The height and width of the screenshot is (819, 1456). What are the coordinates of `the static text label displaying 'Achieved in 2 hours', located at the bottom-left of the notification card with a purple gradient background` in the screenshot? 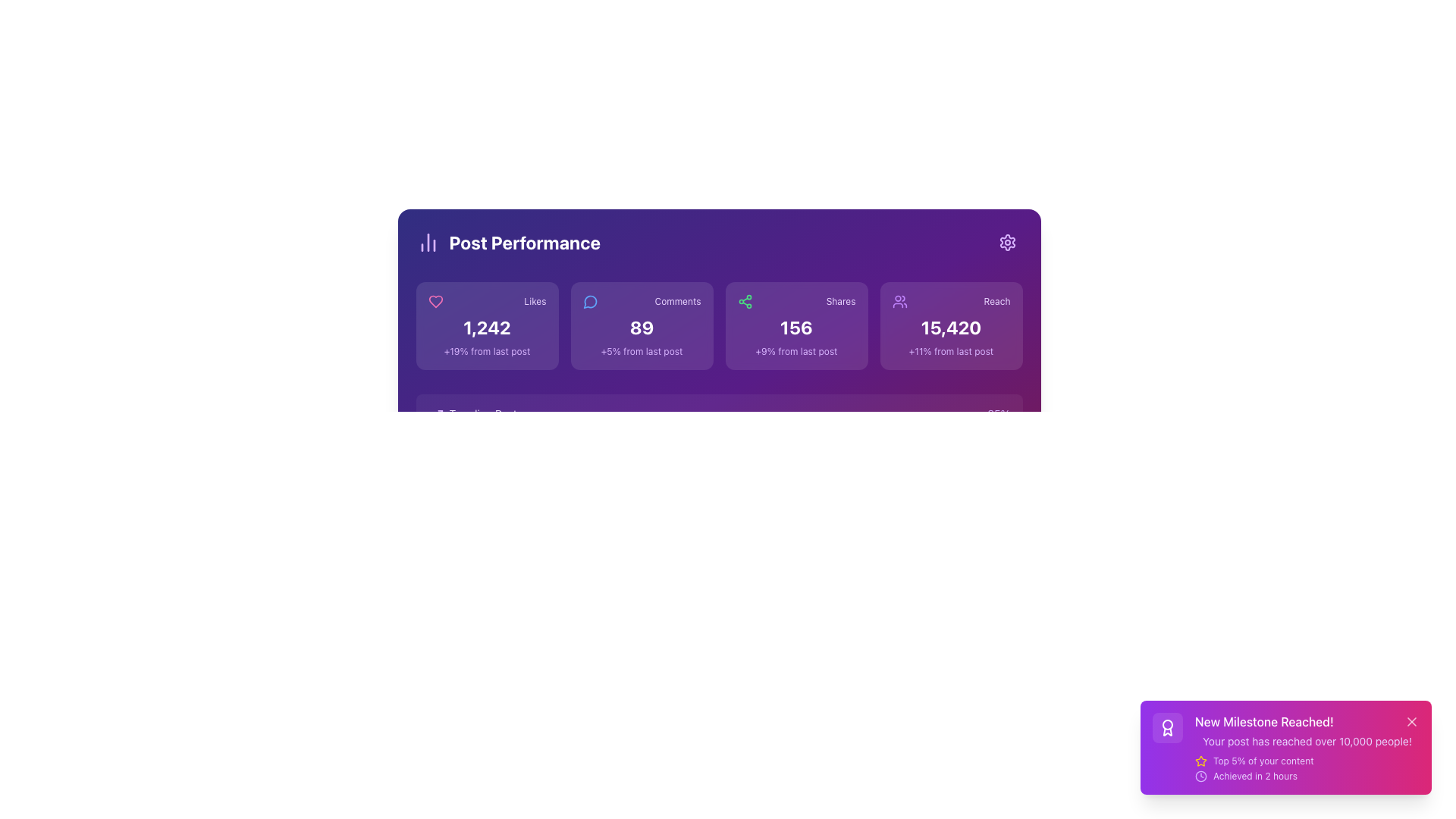 It's located at (1255, 776).